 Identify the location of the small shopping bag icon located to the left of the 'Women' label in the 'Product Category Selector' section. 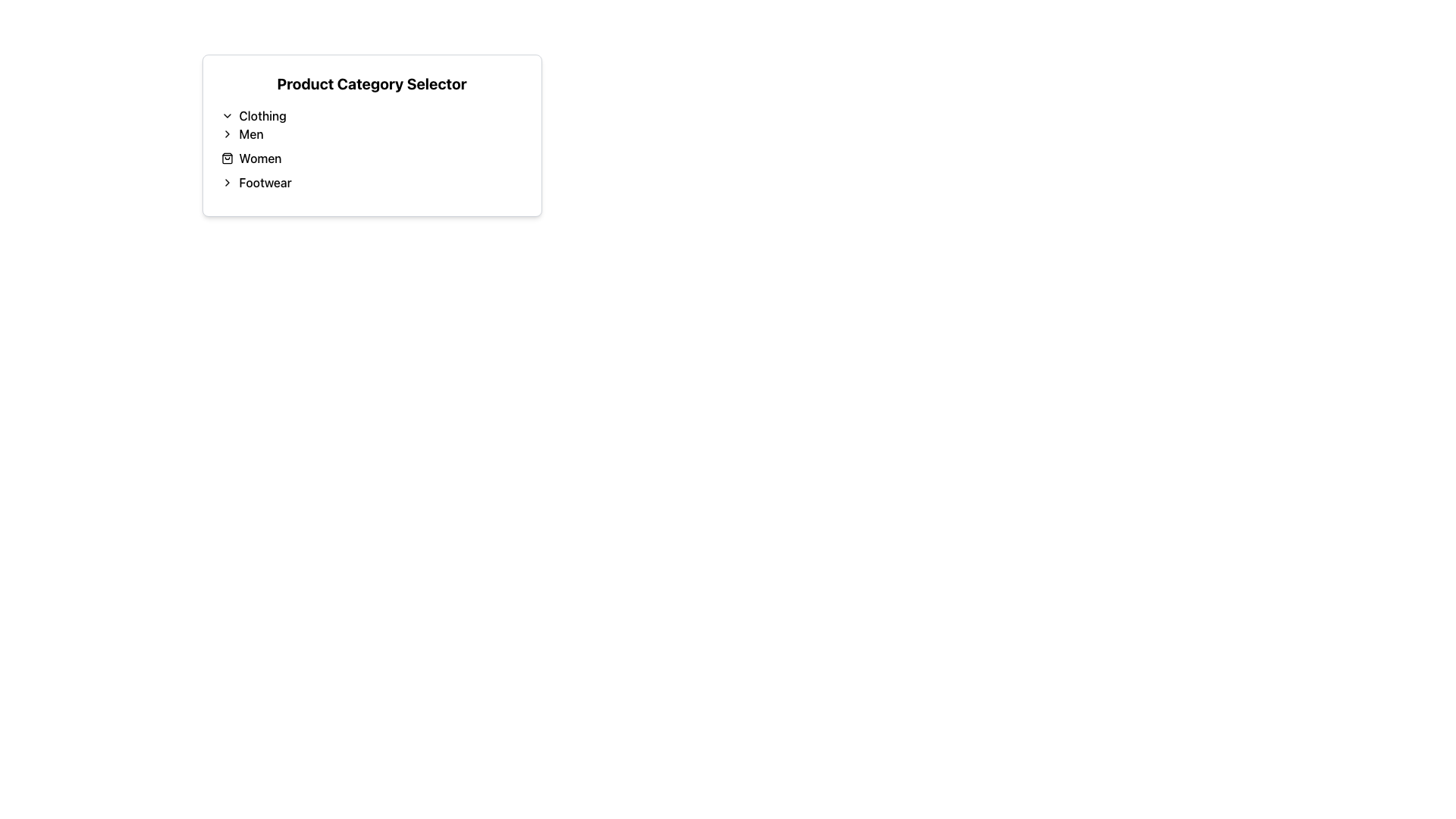
(226, 158).